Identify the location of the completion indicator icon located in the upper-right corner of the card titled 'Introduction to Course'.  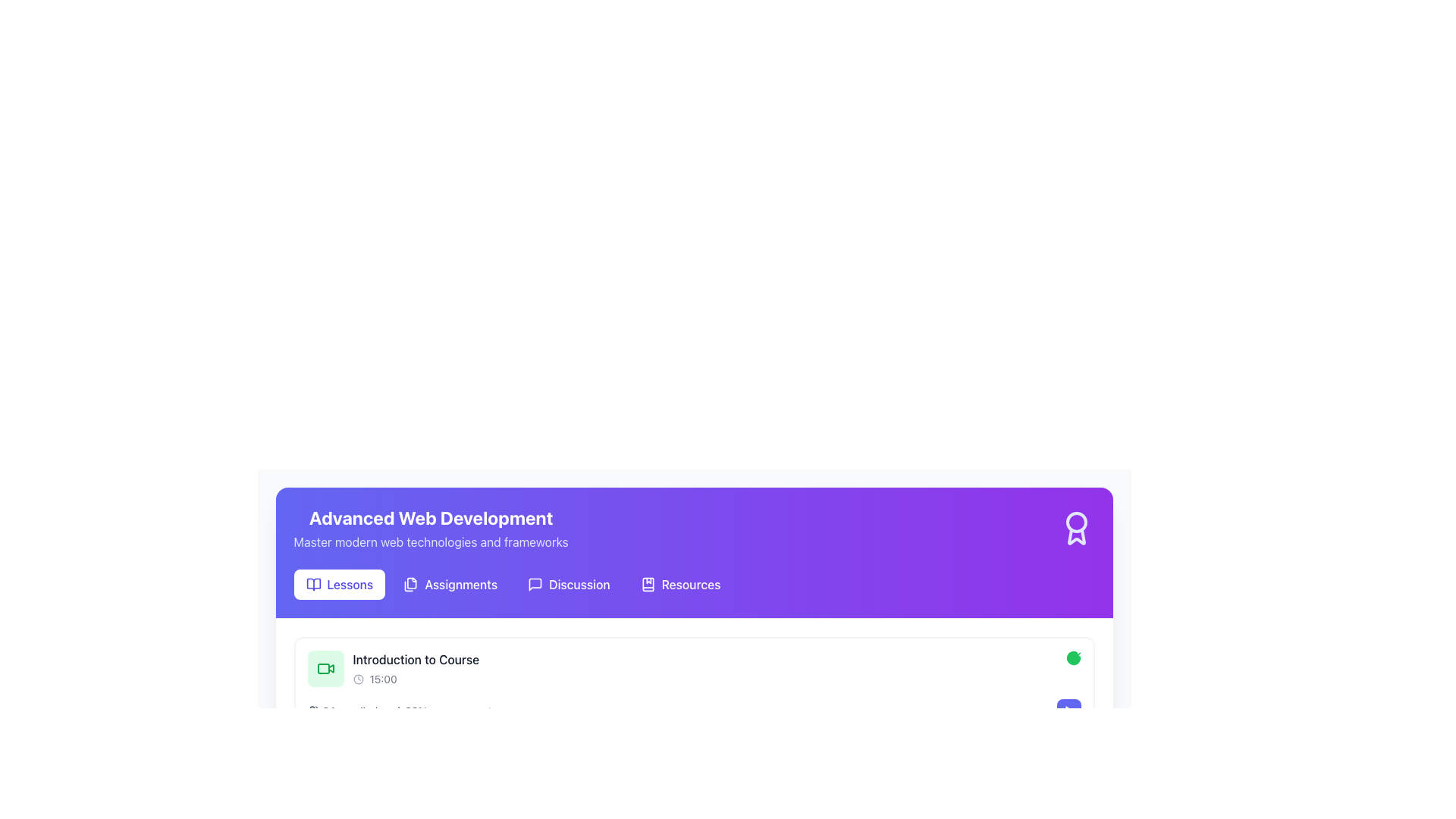
(1072, 657).